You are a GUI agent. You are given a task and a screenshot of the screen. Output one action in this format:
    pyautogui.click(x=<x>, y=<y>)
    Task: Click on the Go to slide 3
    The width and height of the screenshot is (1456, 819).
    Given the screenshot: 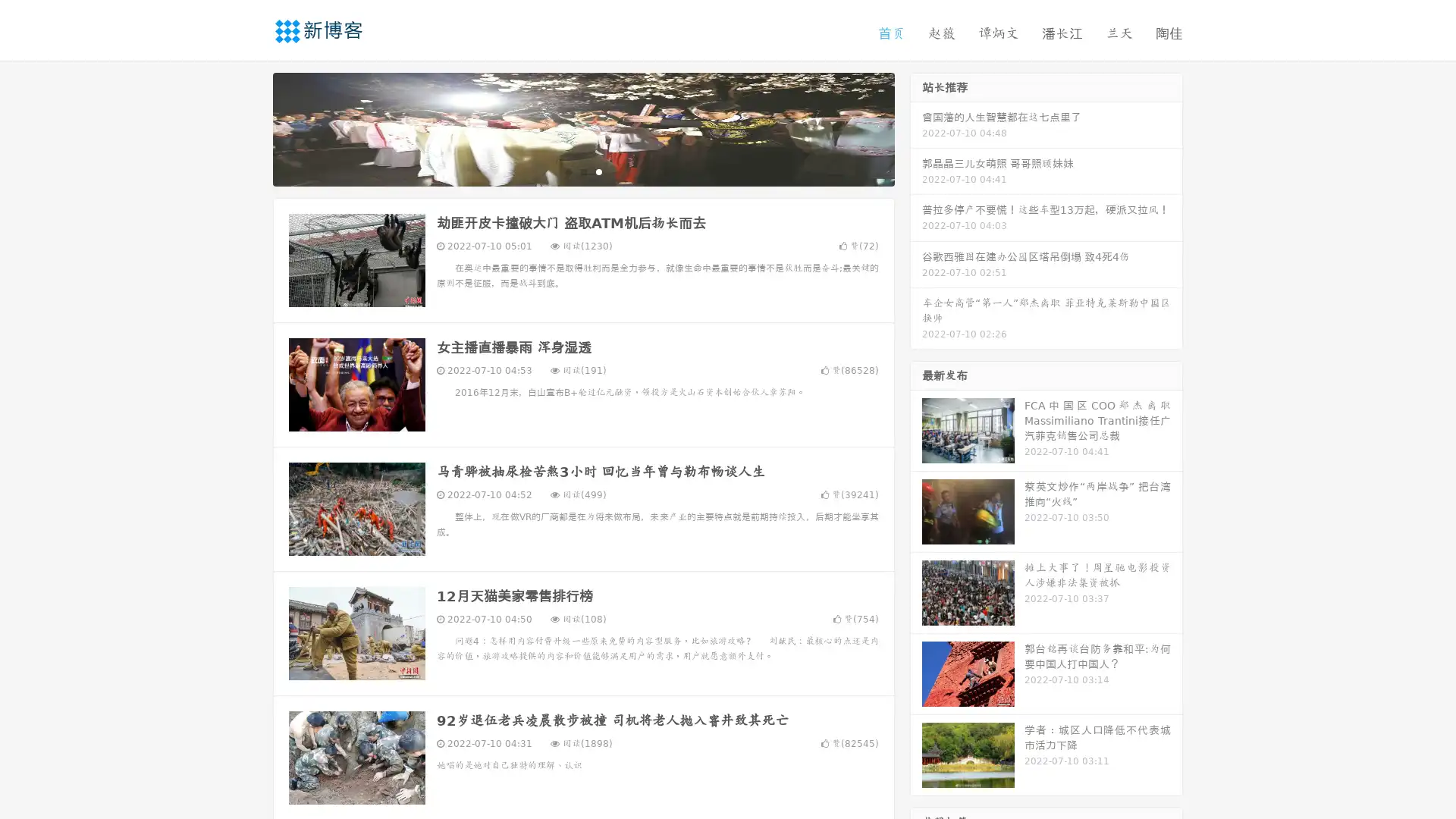 What is the action you would take?
    pyautogui.click(x=598, y=171)
    